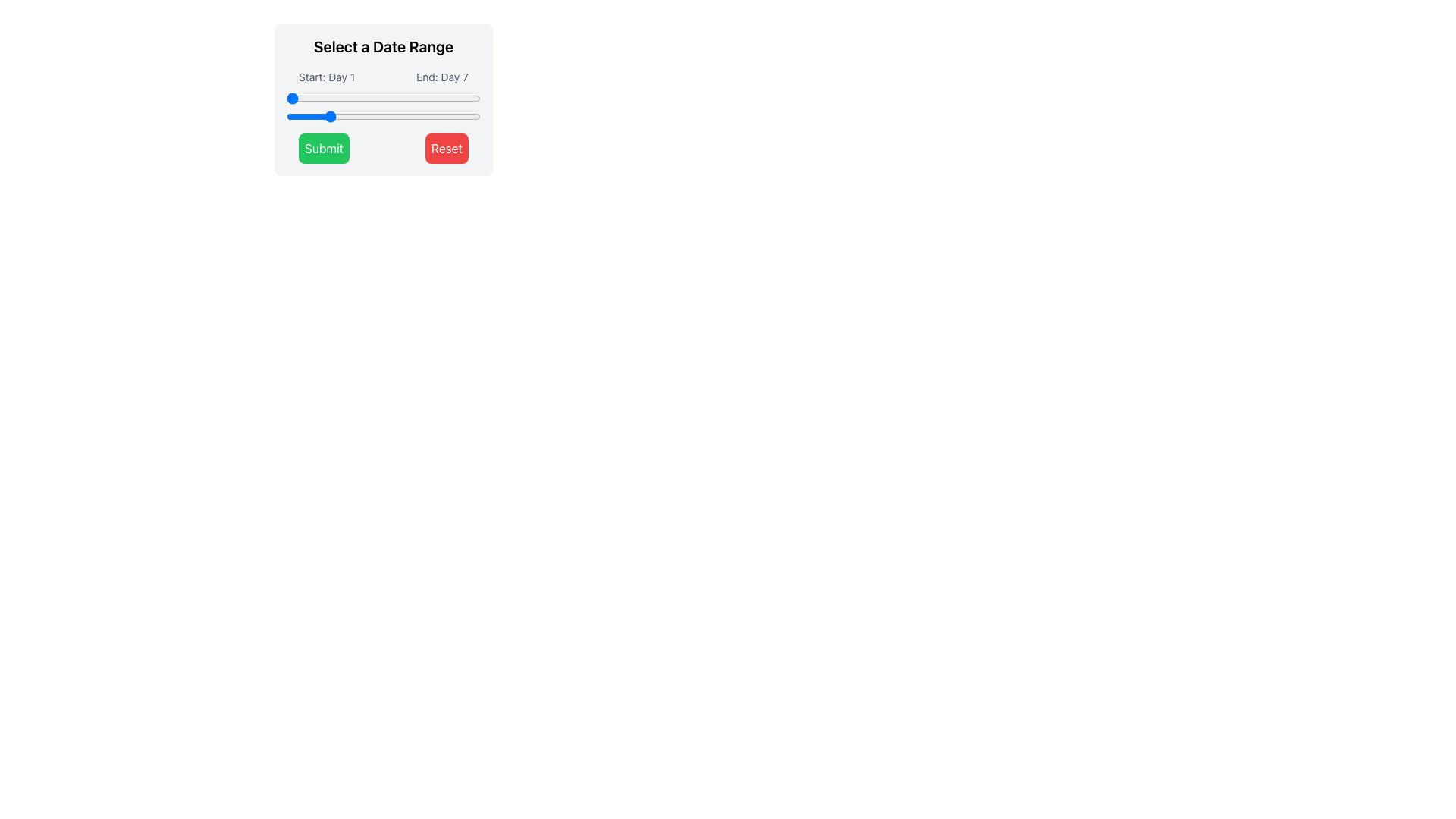 The width and height of the screenshot is (1456, 819). What do you see at coordinates (323, 149) in the screenshot?
I see `the 'Submit' button with a green background and white text` at bounding box center [323, 149].